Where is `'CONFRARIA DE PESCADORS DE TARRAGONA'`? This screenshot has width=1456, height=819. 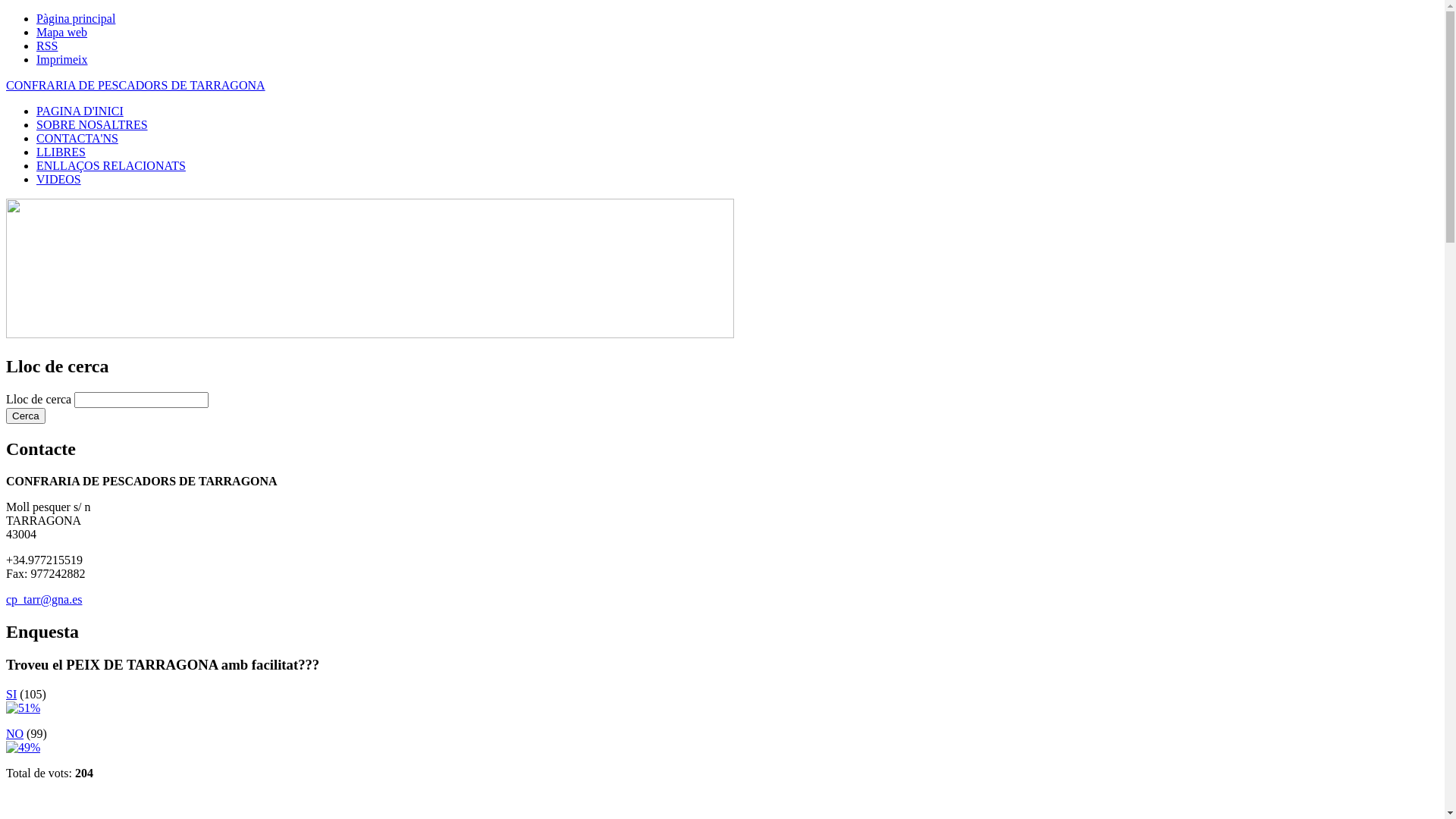 'CONFRARIA DE PESCADORS DE TARRAGONA' is located at coordinates (135, 85).